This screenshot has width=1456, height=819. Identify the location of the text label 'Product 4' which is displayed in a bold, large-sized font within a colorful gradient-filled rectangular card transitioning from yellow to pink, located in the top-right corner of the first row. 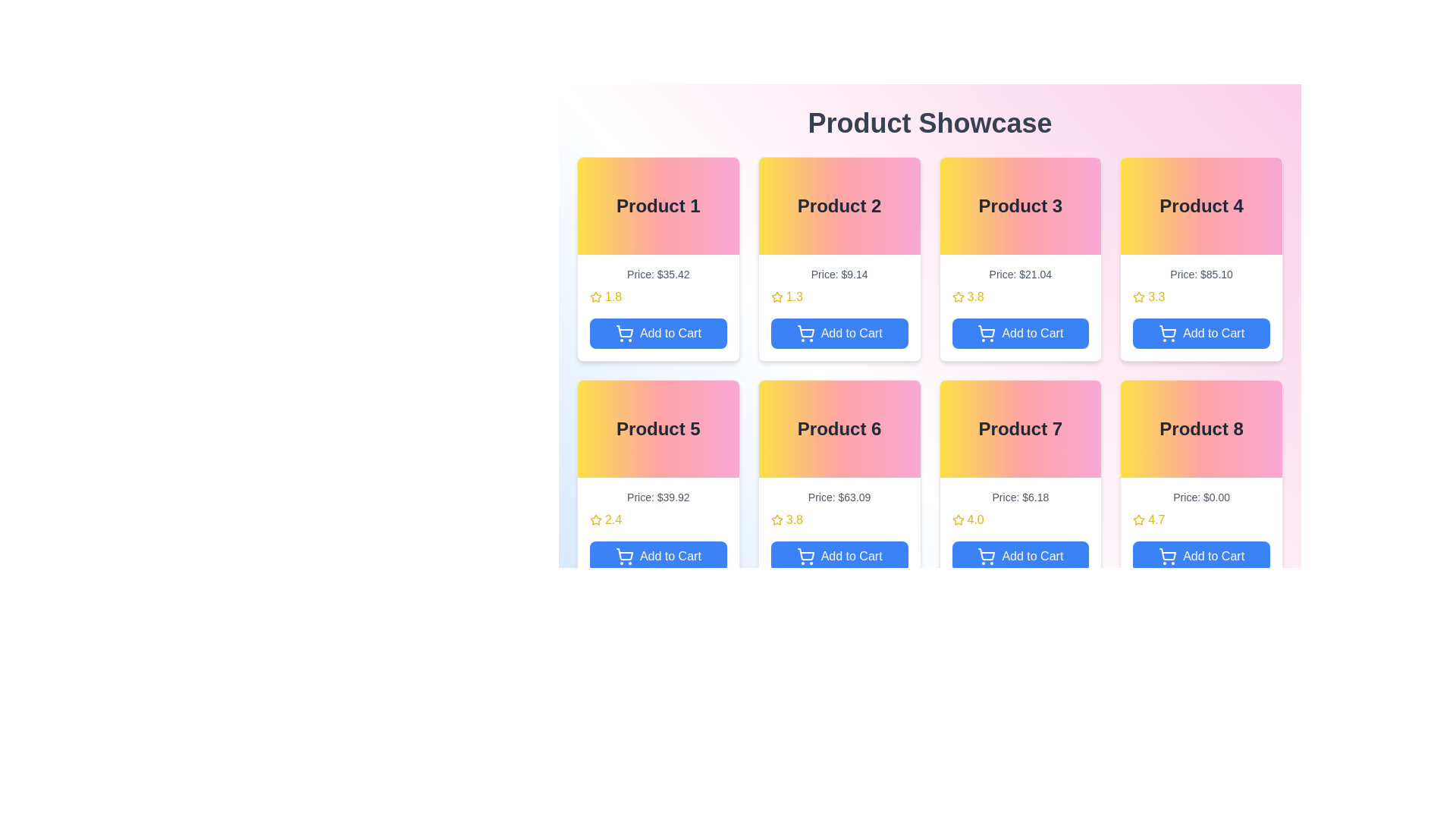
(1200, 206).